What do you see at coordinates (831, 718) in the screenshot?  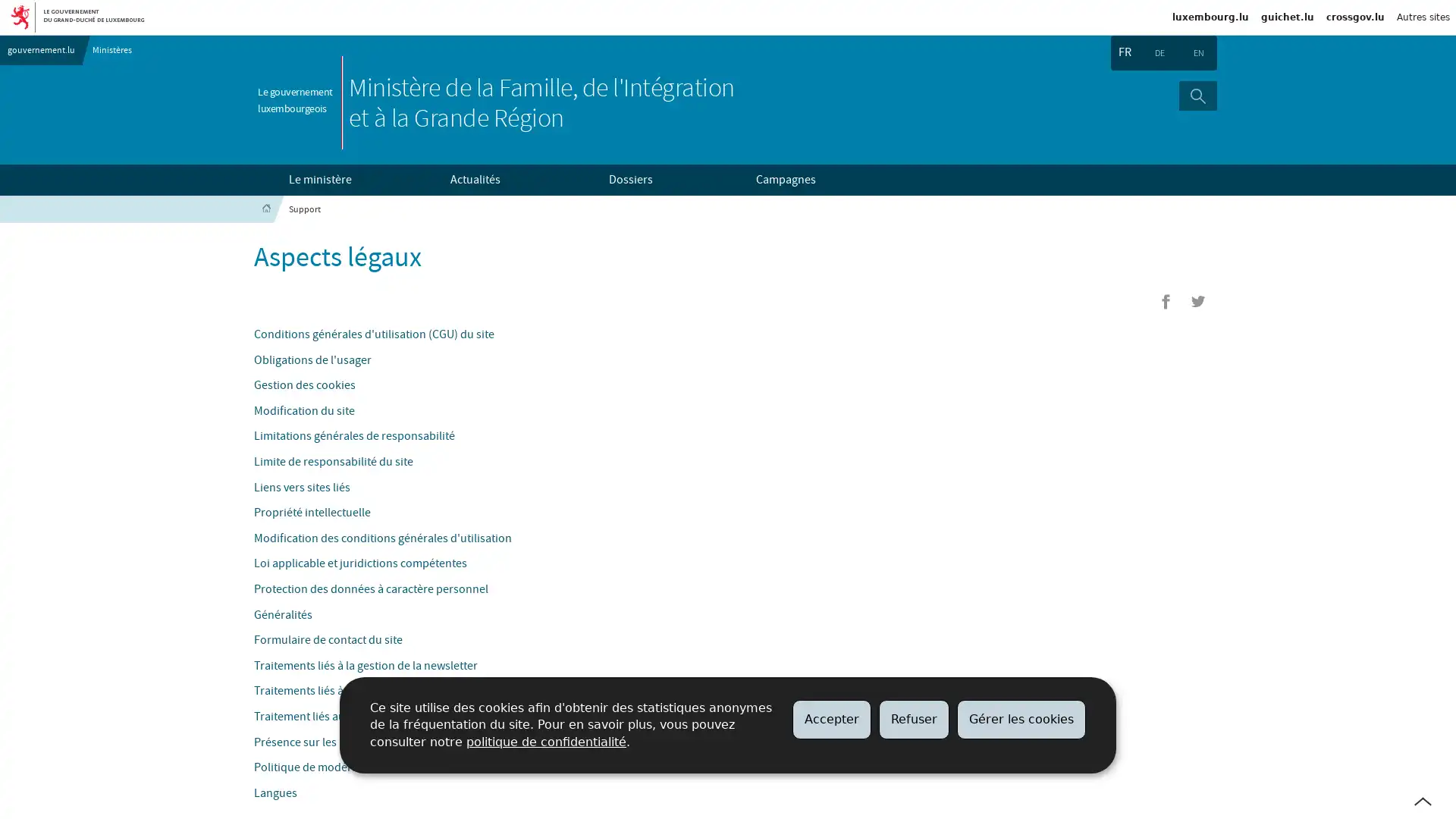 I see `Accepter` at bounding box center [831, 718].